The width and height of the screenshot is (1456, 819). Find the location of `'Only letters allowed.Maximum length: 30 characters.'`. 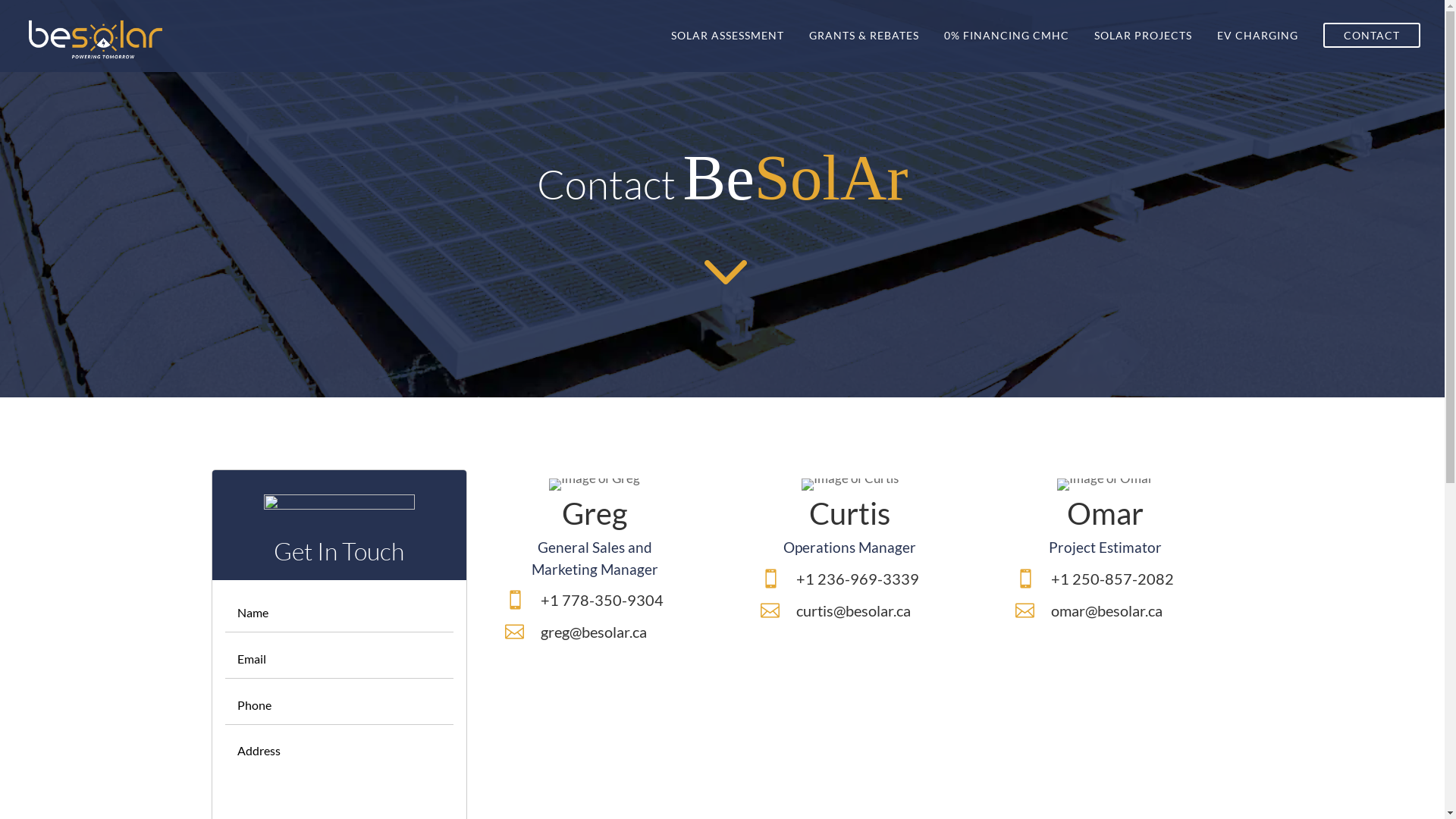

'Only letters allowed.Maximum length: 30 characters.' is located at coordinates (338, 611).